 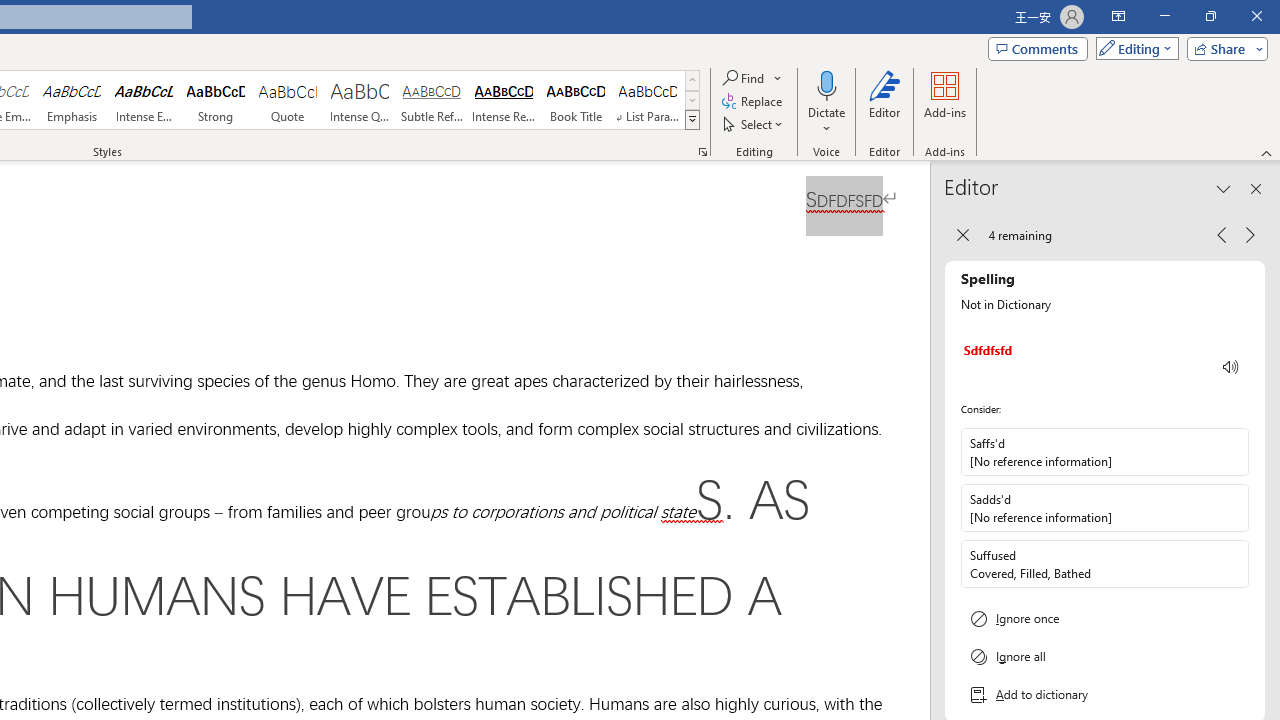 What do you see at coordinates (1266, 152) in the screenshot?
I see `'Collapse the Ribbon'` at bounding box center [1266, 152].